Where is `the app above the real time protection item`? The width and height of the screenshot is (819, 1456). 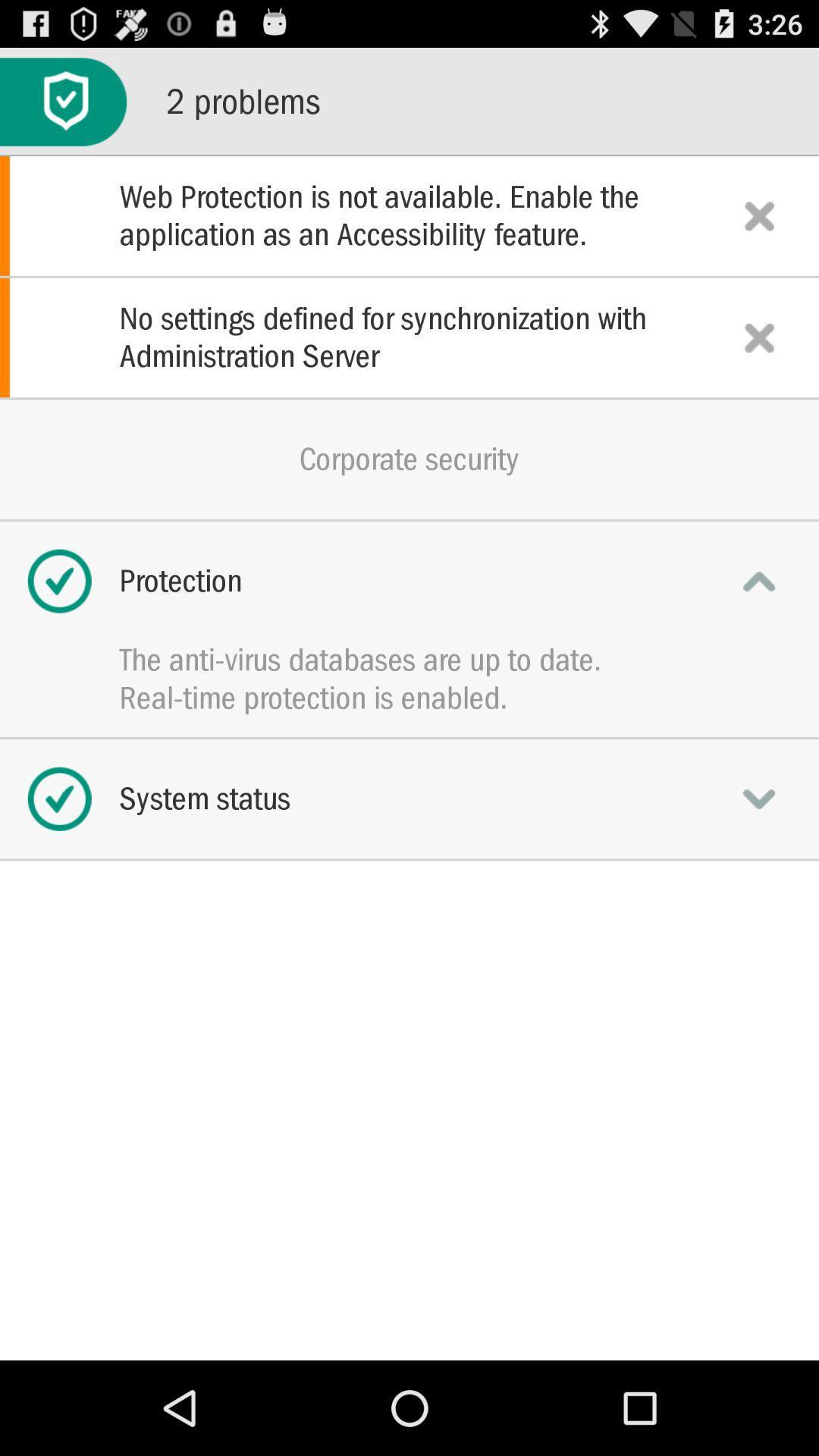
the app above the real time protection item is located at coordinates (409, 660).